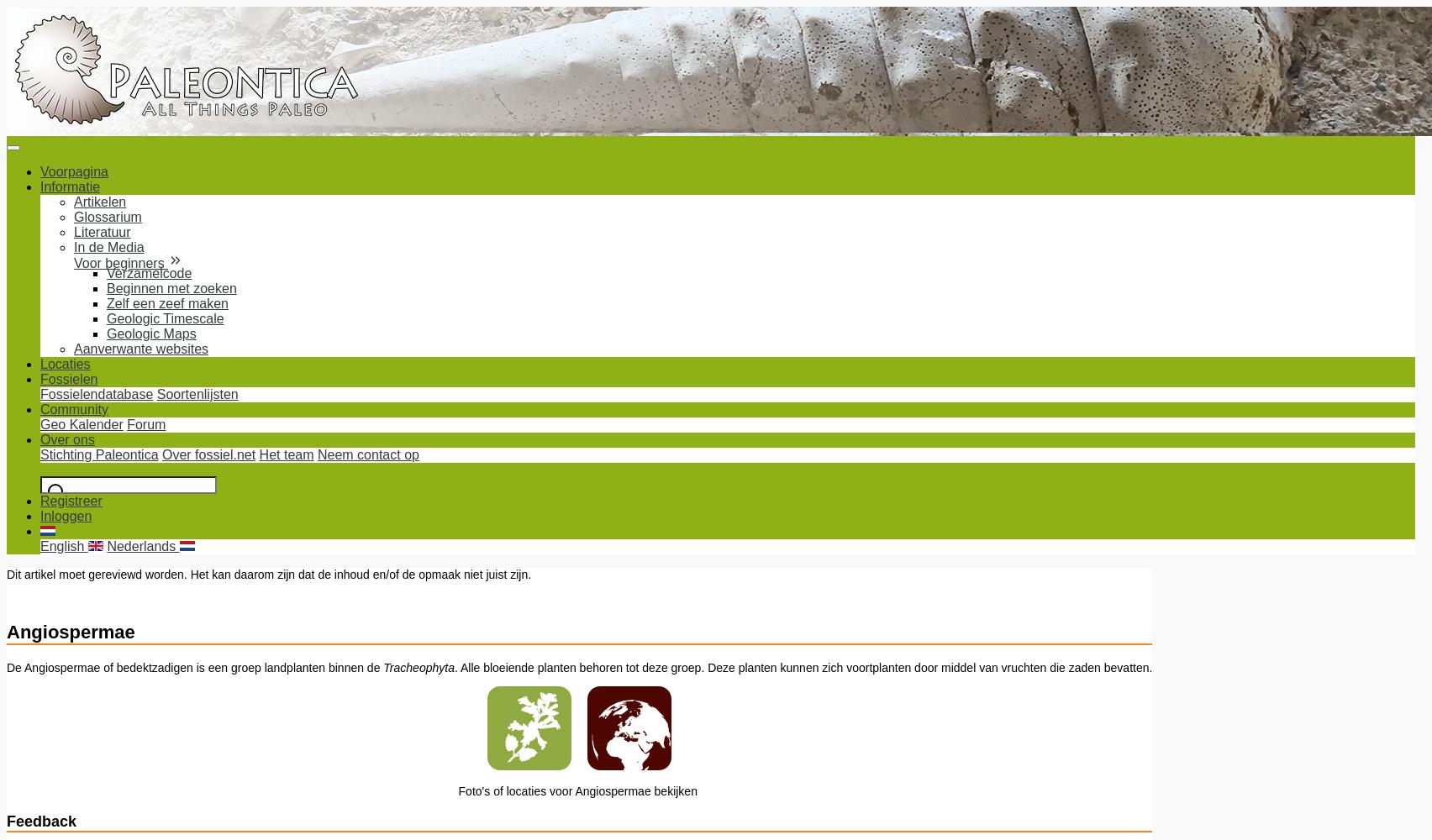  What do you see at coordinates (73, 408) in the screenshot?
I see `'Community'` at bounding box center [73, 408].